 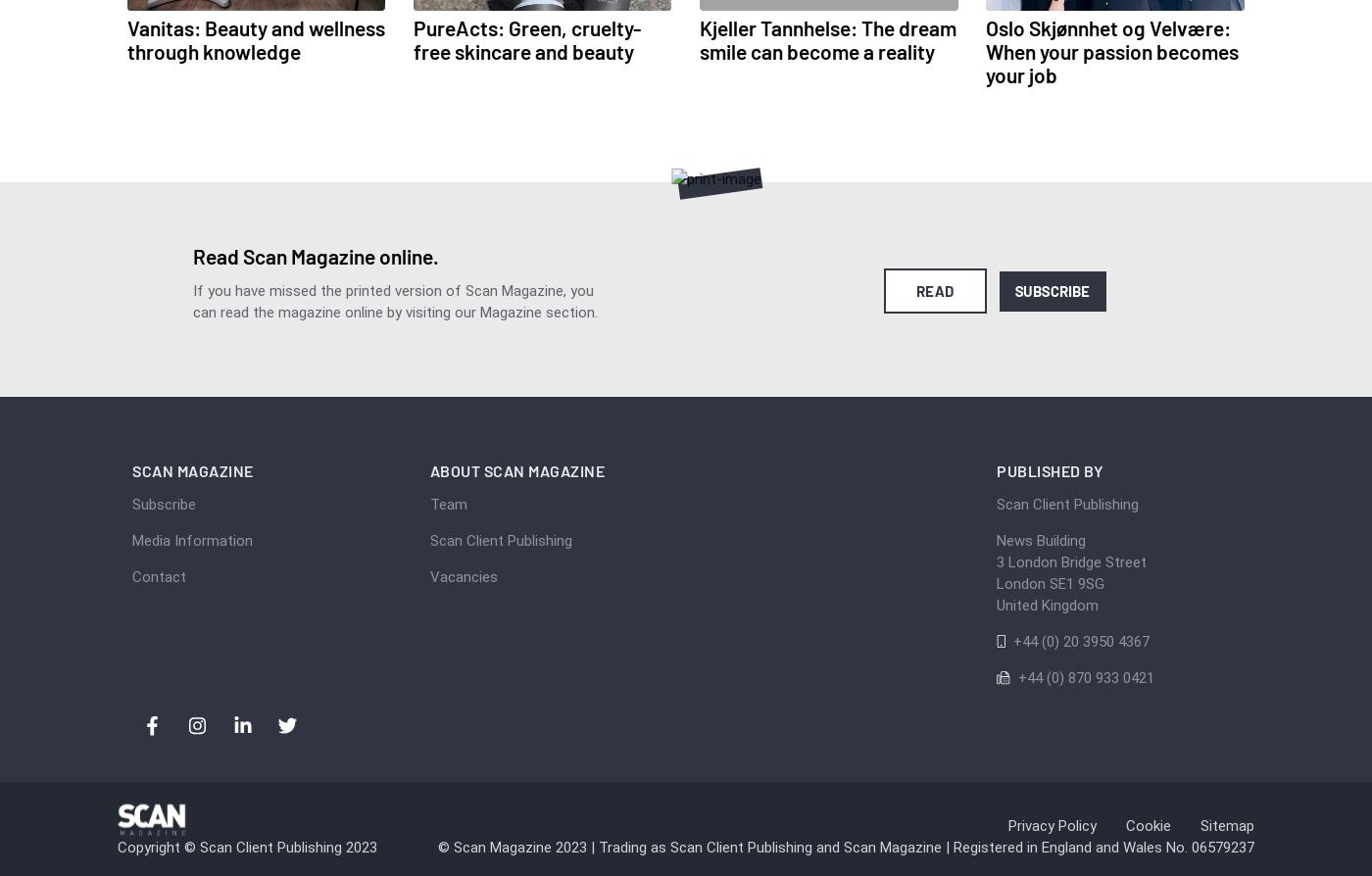 What do you see at coordinates (985, 51) in the screenshot?
I see `'Oslo Skjønnhet og Velvære: When your passion becomes your job'` at bounding box center [985, 51].